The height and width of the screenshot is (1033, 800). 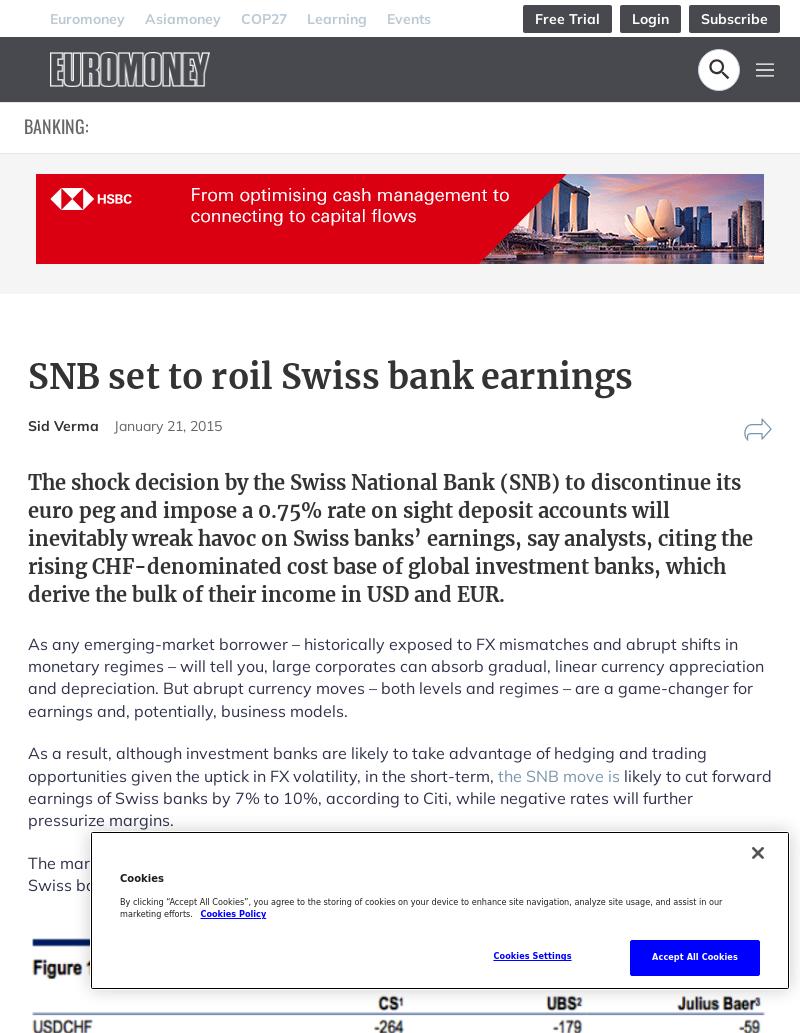 What do you see at coordinates (27, 872) in the screenshot?
I see `'The market certainly agrees, with the equivalent of $25 billion wiped off the shares of the big three Swiss banks – Credit Suisse, UBS and Julius Baer – since the SNB’s decision last week.'` at bounding box center [27, 872].